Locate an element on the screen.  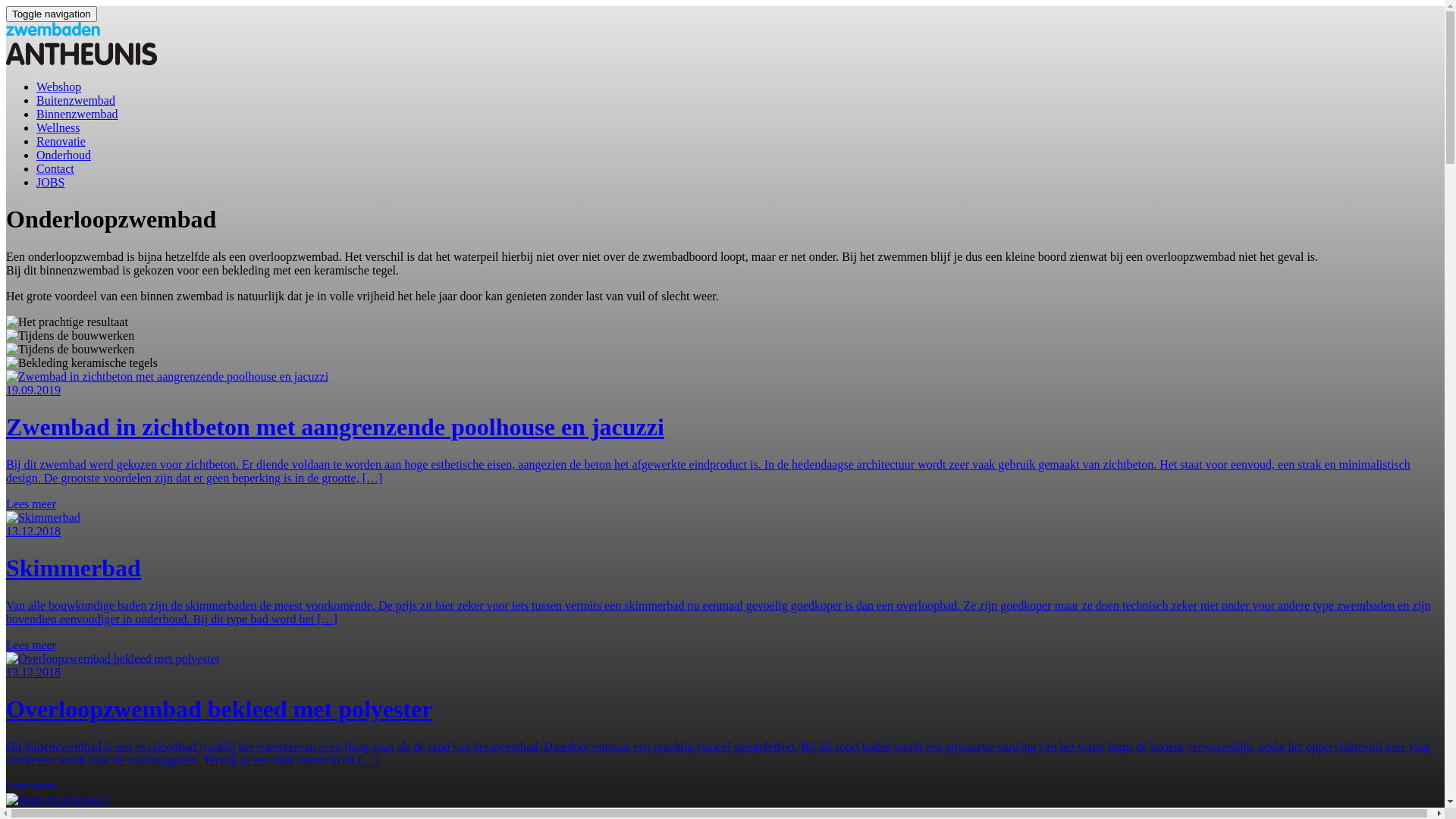
'Binnenzwembad' is located at coordinates (76, 113).